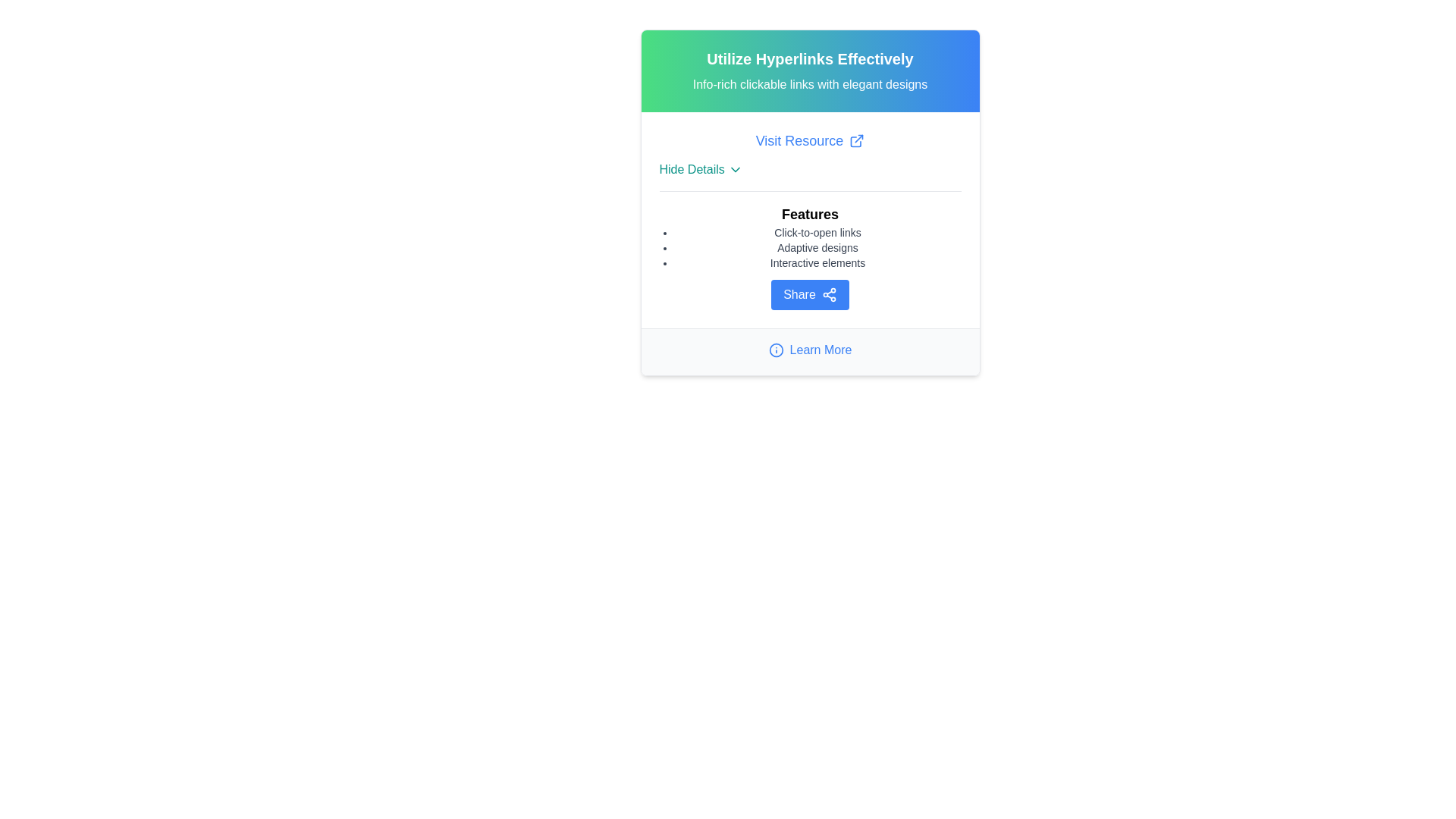 The image size is (1456, 819). What do you see at coordinates (828, 295) in the screenshot?
I see `the sharing icon located within the rounded blue button labeled 'Share'` at bounding box center [828, 295].